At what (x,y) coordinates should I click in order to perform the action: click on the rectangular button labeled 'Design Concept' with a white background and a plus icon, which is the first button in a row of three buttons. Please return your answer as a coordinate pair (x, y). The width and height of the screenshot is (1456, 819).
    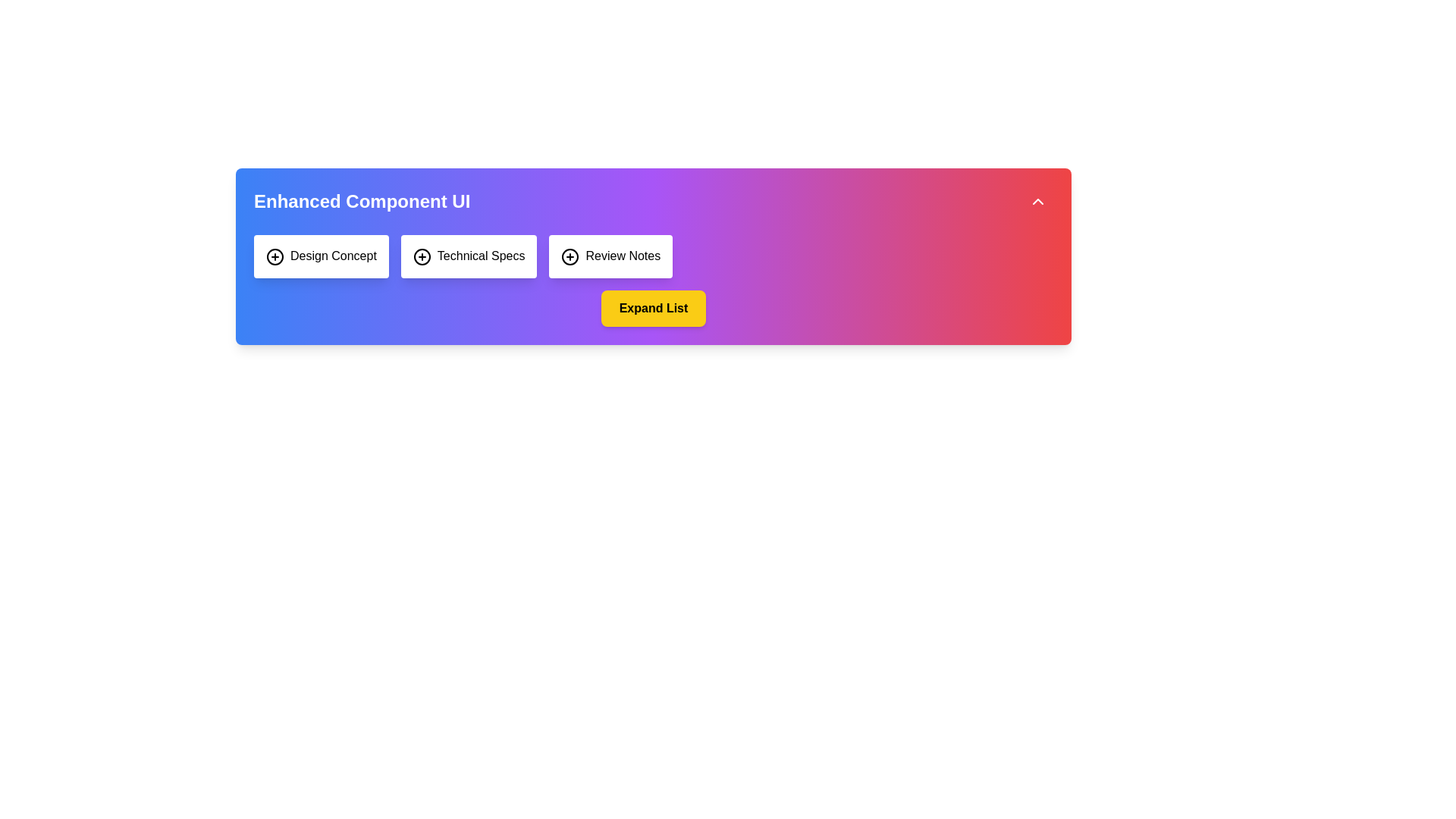
    Looking at the image, I should click on (320, 256).